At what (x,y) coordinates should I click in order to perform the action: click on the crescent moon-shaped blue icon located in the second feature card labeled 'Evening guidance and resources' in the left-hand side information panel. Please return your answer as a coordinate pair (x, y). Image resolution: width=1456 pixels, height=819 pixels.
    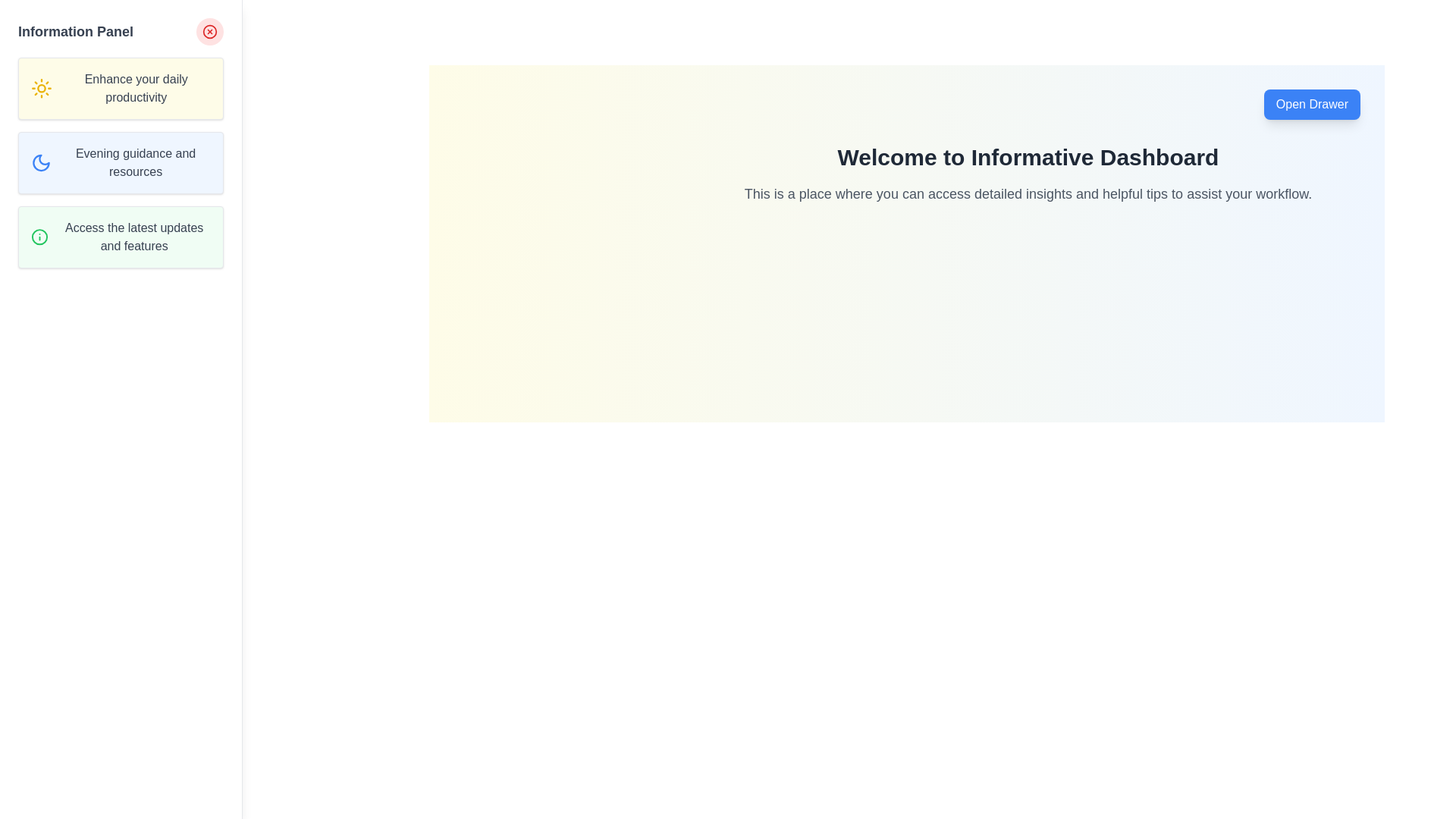
    Looking at the image, I should click on (41, 163).